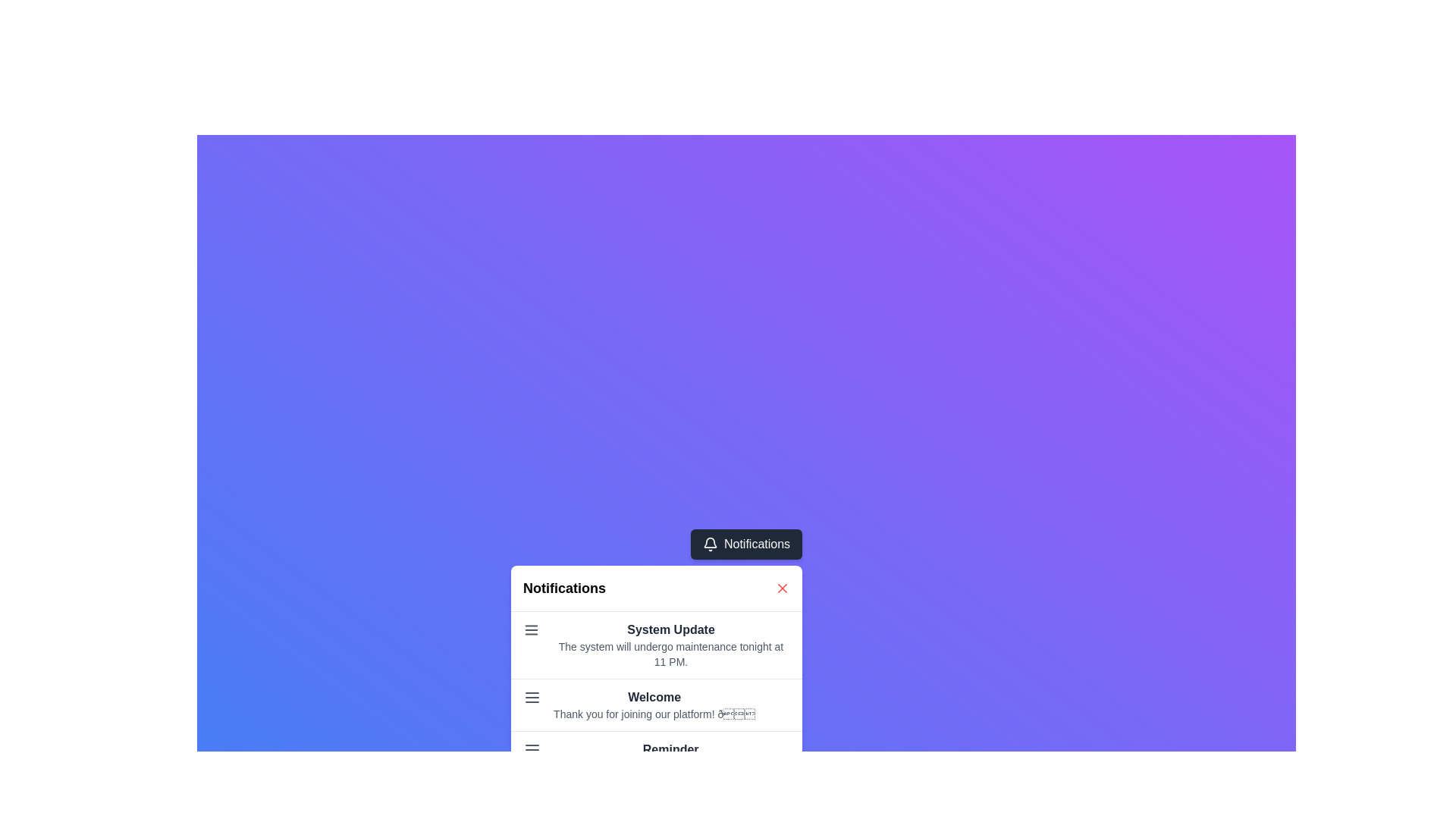  I want to click on the SVG icon representing the menu indicator, which is aligned with the notification titled 'Welcome' and the text 'Thank you for joining our platform! 🎉', so click(532, 698).